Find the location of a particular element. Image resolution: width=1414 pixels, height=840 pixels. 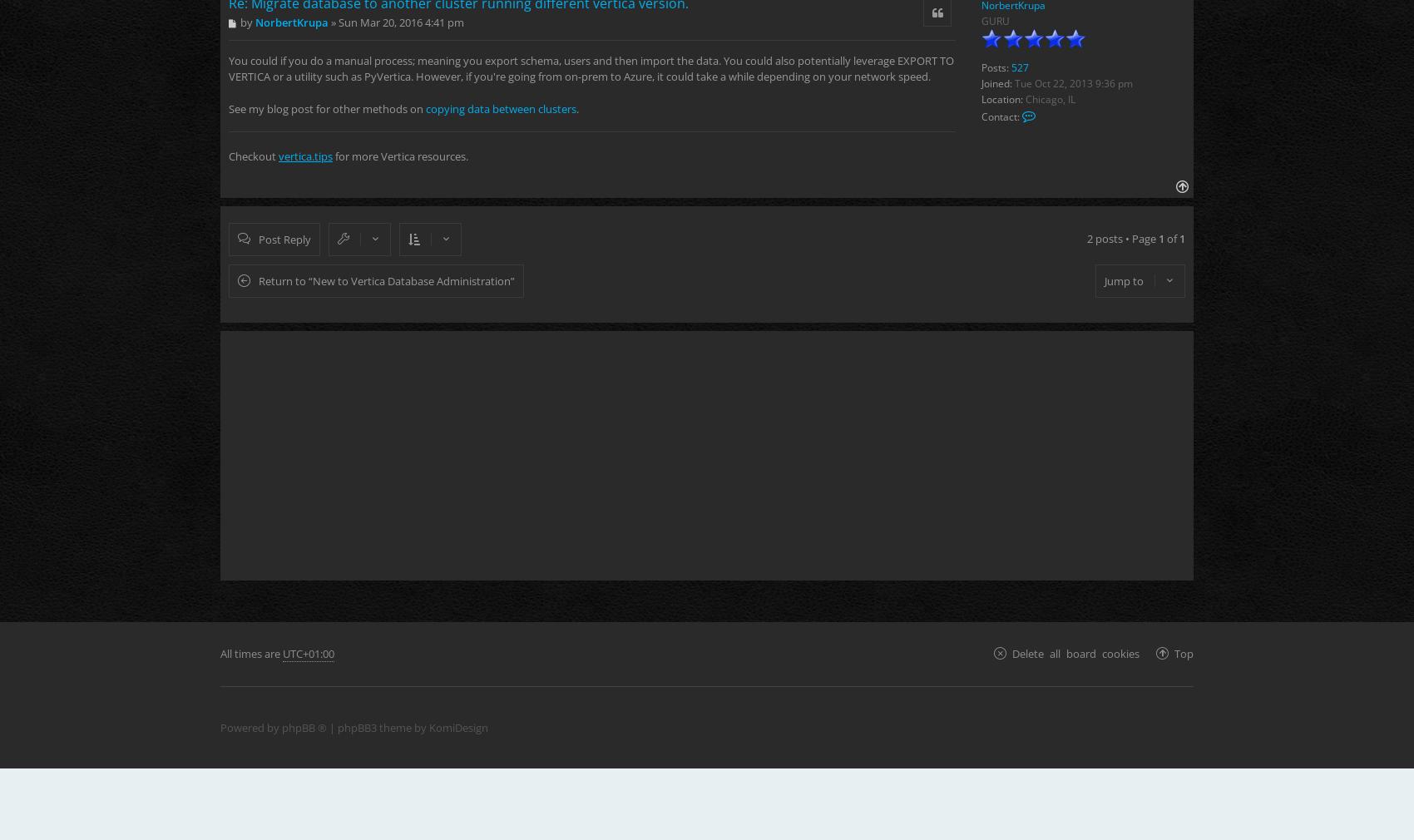

'Location:' is located at coordinates (1001, 98).